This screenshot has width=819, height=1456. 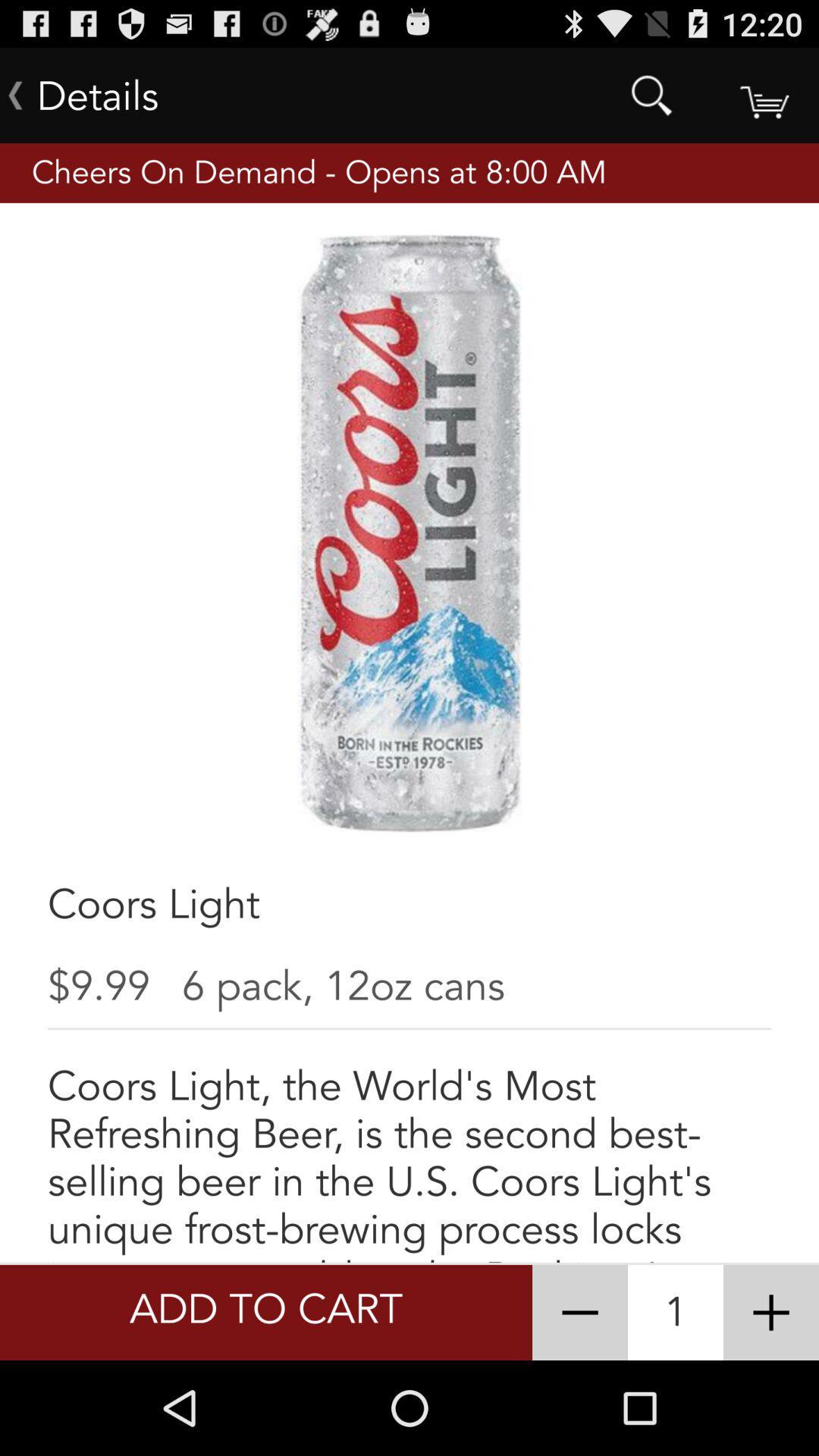 I want to click on basket, so click(x=763, y=94).